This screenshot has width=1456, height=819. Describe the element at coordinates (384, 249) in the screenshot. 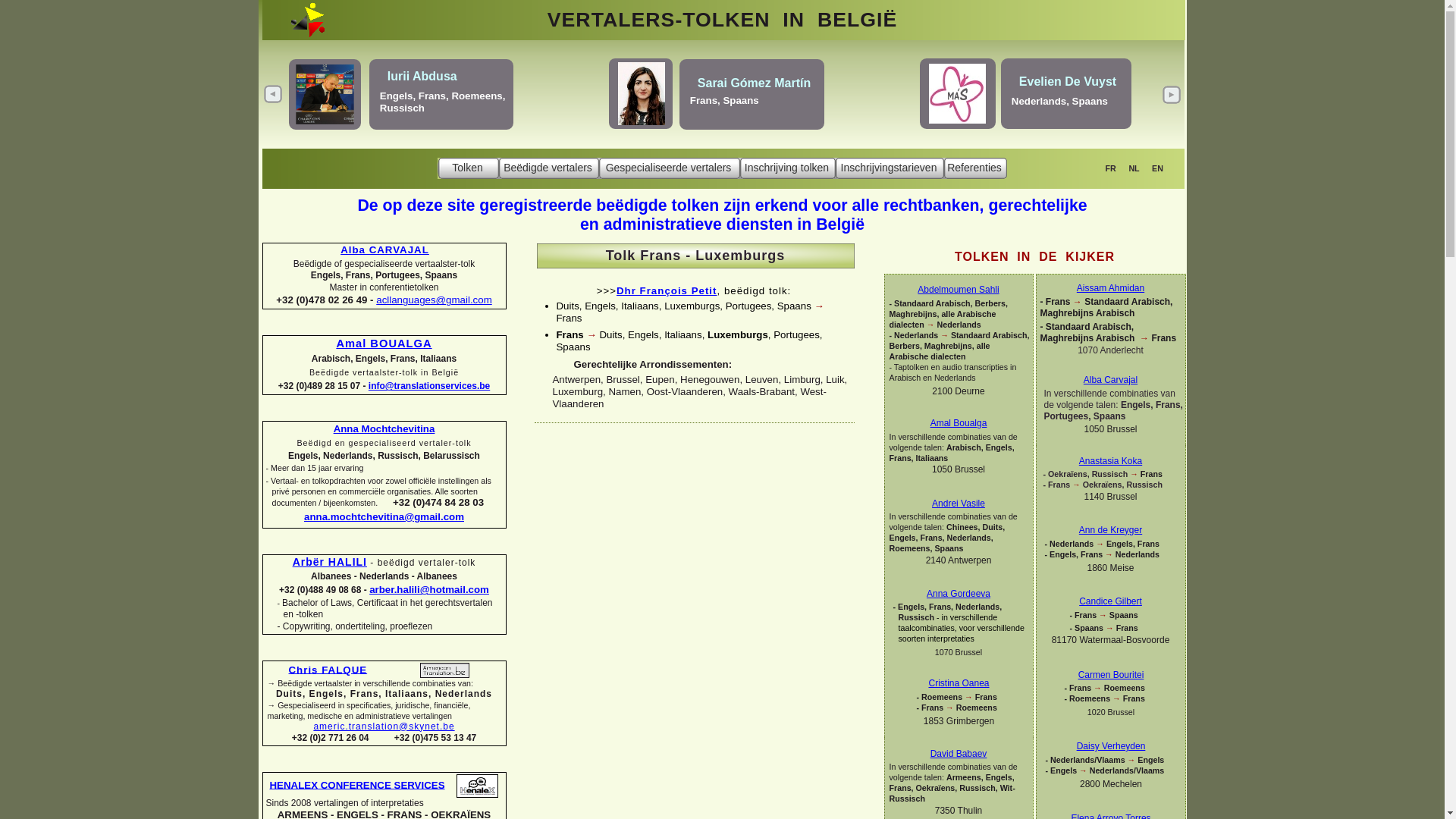

I see `'Alba CARVAJAL'` at that location.